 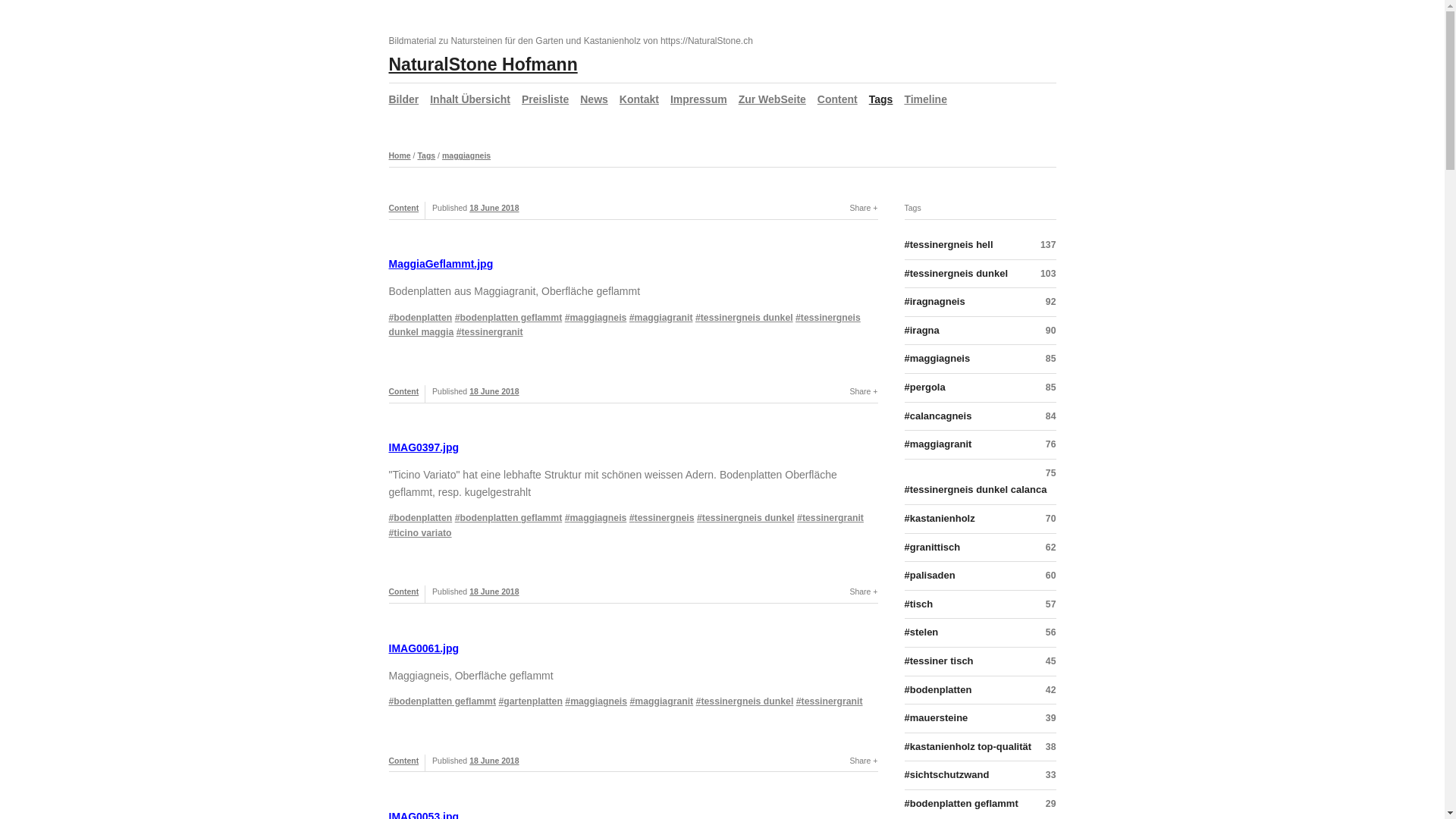 What do you see at coordinates (979, 604) in the screenshot?
I see `'57` at bounding box center [979, 604].